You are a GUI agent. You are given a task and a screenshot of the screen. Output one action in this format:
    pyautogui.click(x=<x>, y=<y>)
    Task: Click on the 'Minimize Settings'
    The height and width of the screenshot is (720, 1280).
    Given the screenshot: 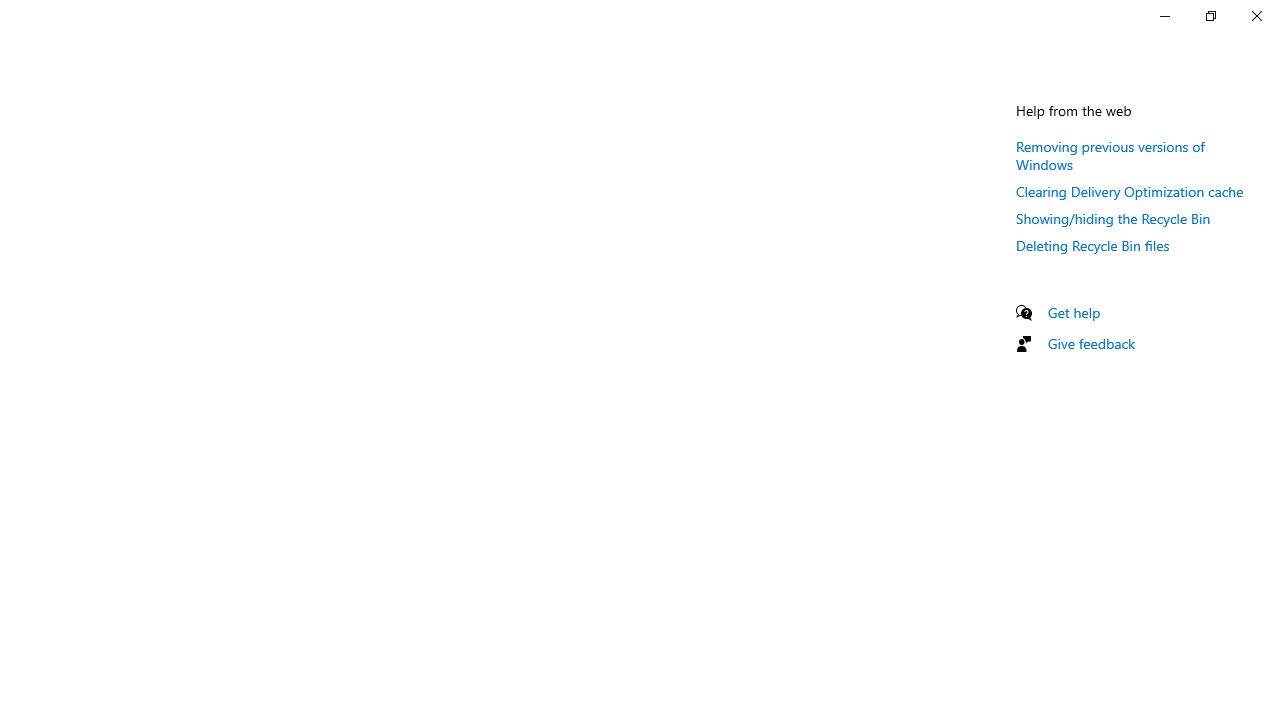 What is the action you would take?
    pyautogui.click(x=1164, y=15)
    